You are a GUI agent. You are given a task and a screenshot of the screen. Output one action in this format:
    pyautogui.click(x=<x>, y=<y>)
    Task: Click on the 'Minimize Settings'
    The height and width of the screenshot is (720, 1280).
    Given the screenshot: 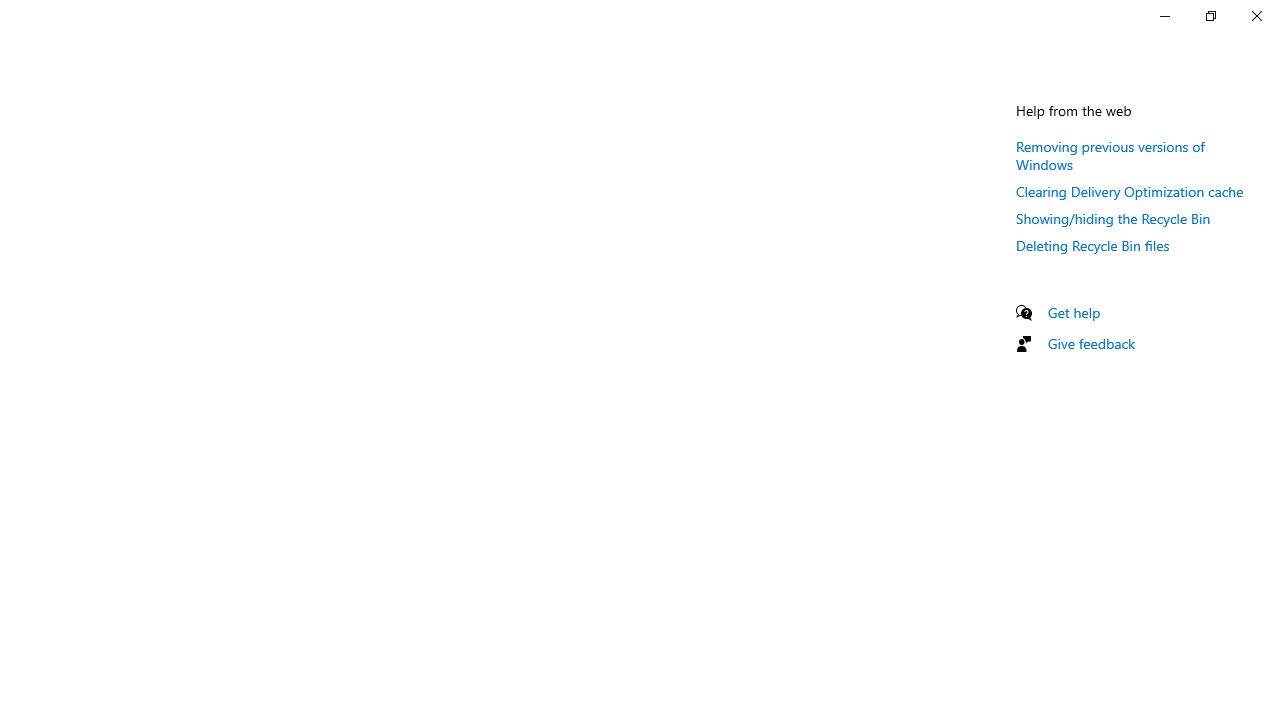 What is the action you would take?
    pyautogui.click(x=1164, y=15)
    